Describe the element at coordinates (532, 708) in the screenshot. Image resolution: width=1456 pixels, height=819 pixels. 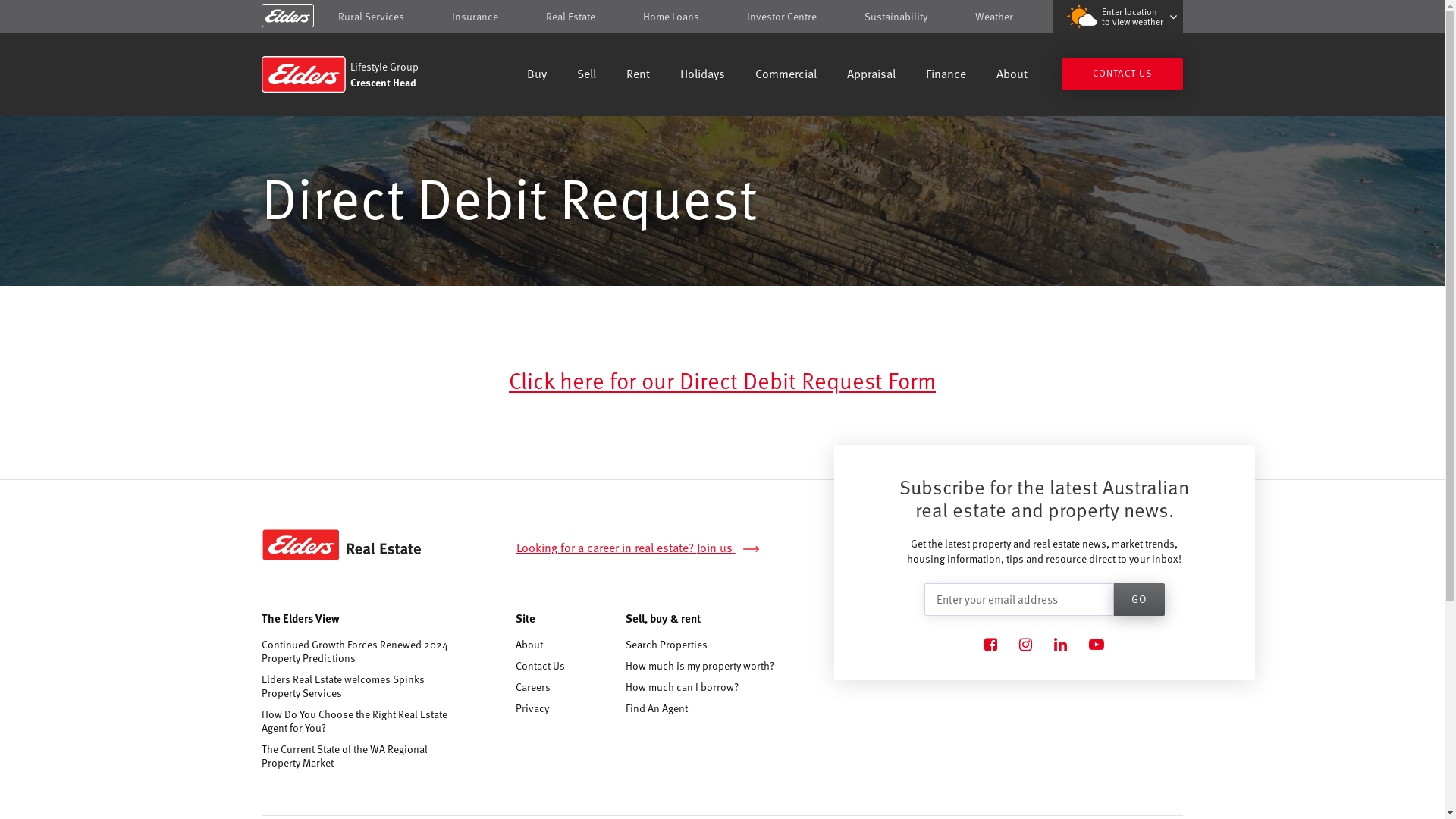
I see `'Privacy'` at that location.